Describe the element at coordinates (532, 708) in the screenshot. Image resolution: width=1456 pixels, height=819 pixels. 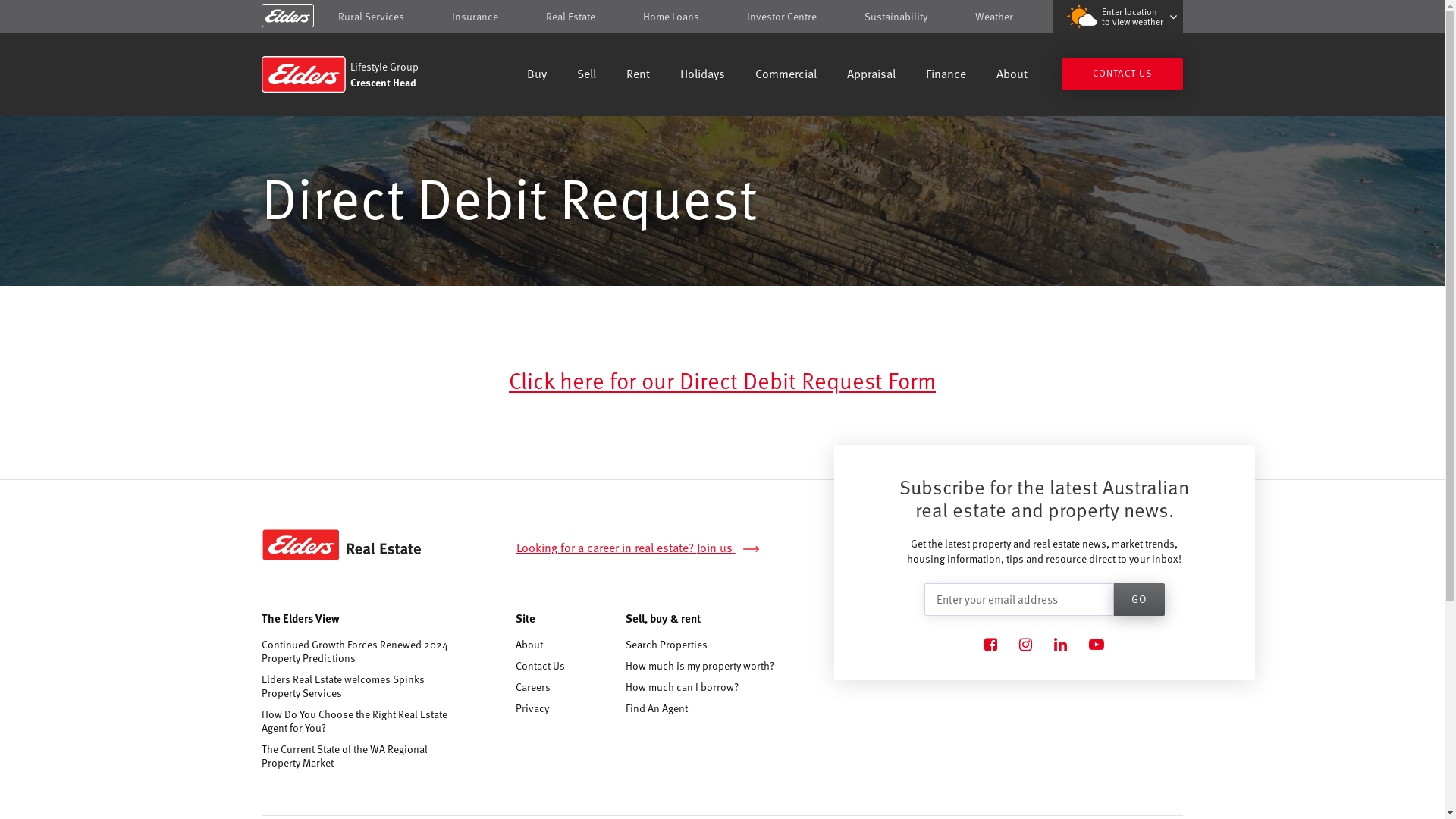
I see `'Privacy'` at that location.